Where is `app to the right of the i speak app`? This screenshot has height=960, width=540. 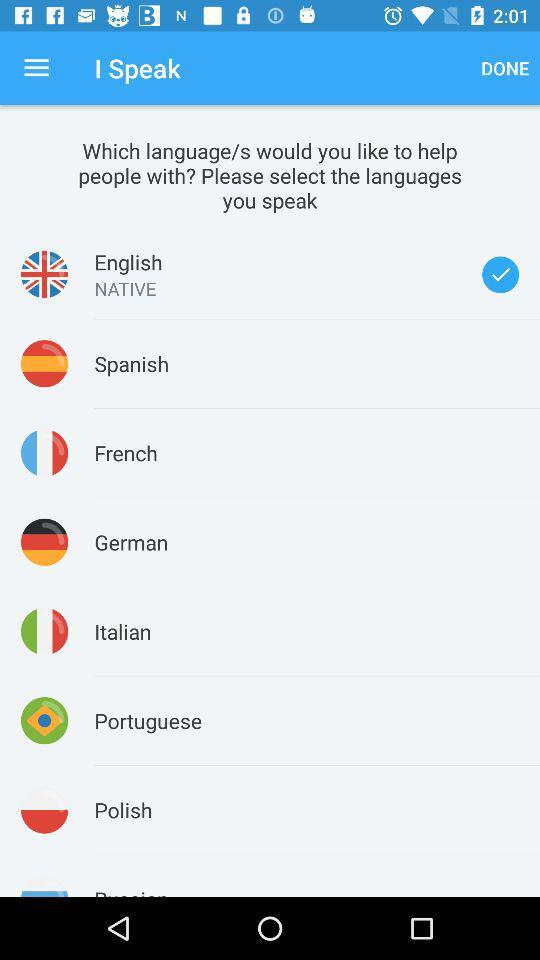 app to the right of the i speak app is located at coordinates (504, 68).